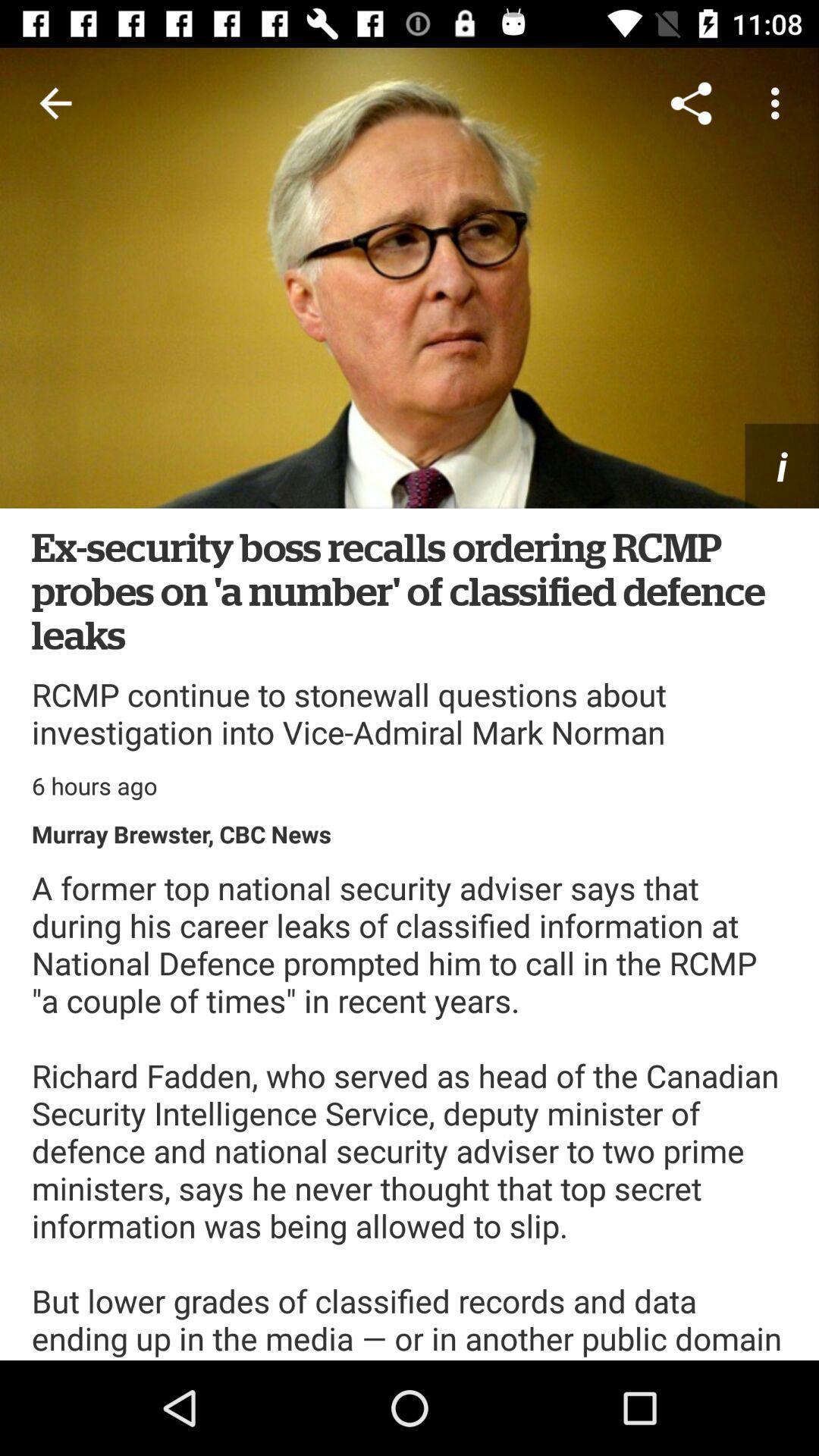 The image size is (819, 1456). I want to click on item above i, so click(779, 102).